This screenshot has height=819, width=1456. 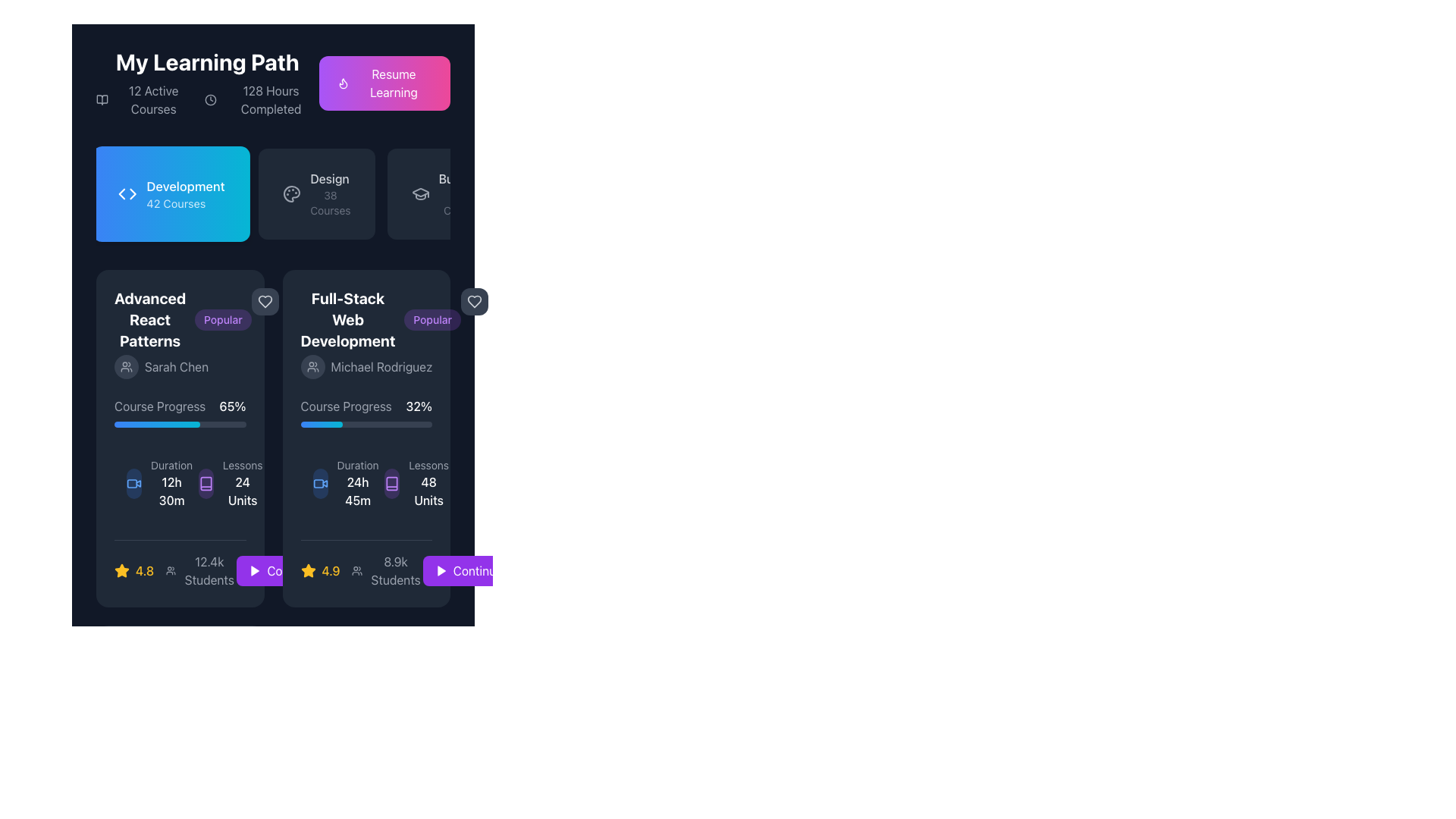 I want to click on the button located at the bottom-right of the 'Full-Stack Web Development' card using keyboard navigation to initiate or continue the user's interaction with the course, so click(x=477, y=570).